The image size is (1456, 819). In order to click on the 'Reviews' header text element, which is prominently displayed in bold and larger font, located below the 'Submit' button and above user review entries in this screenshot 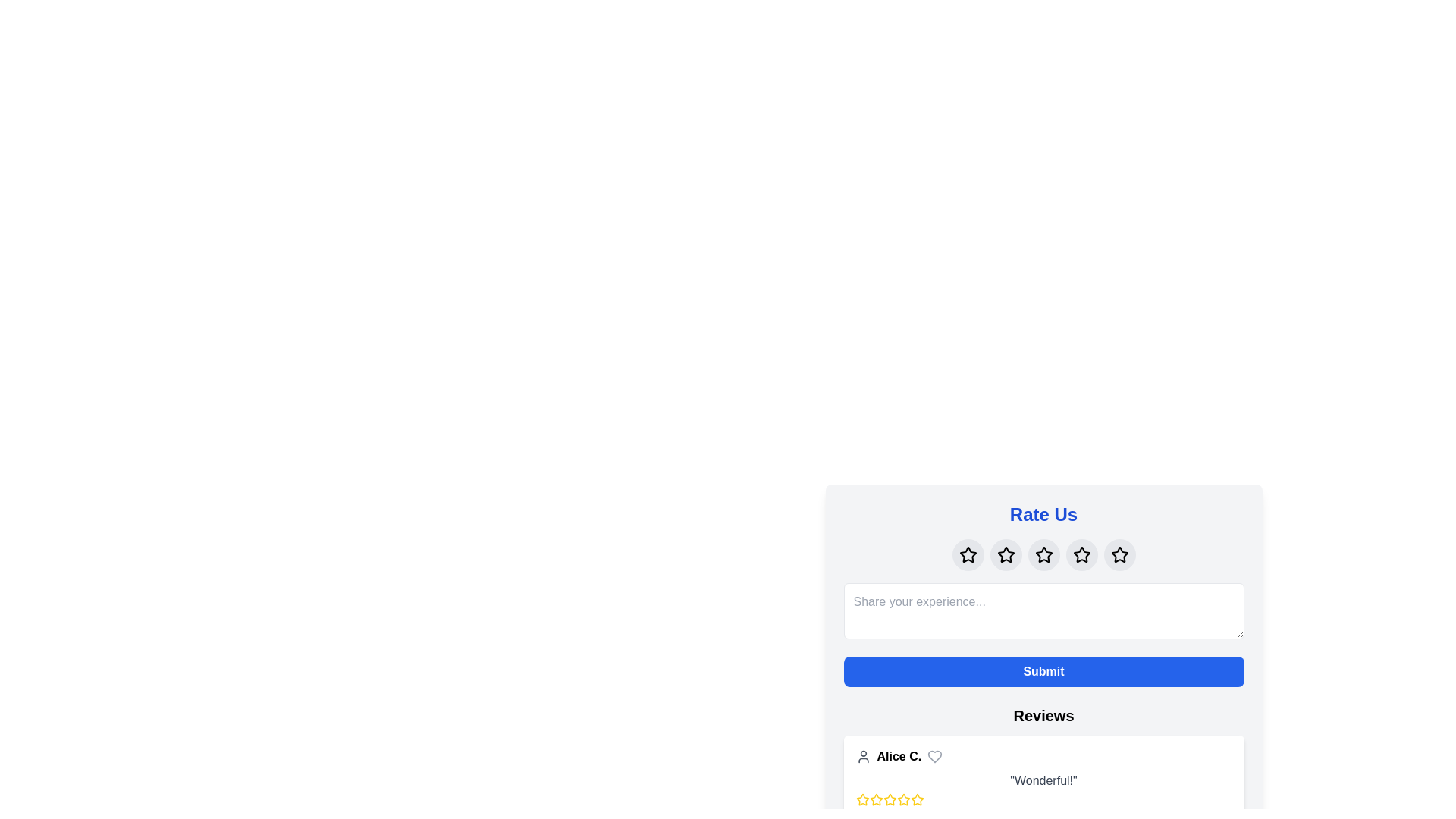, I will do `click(1043, 716)`.